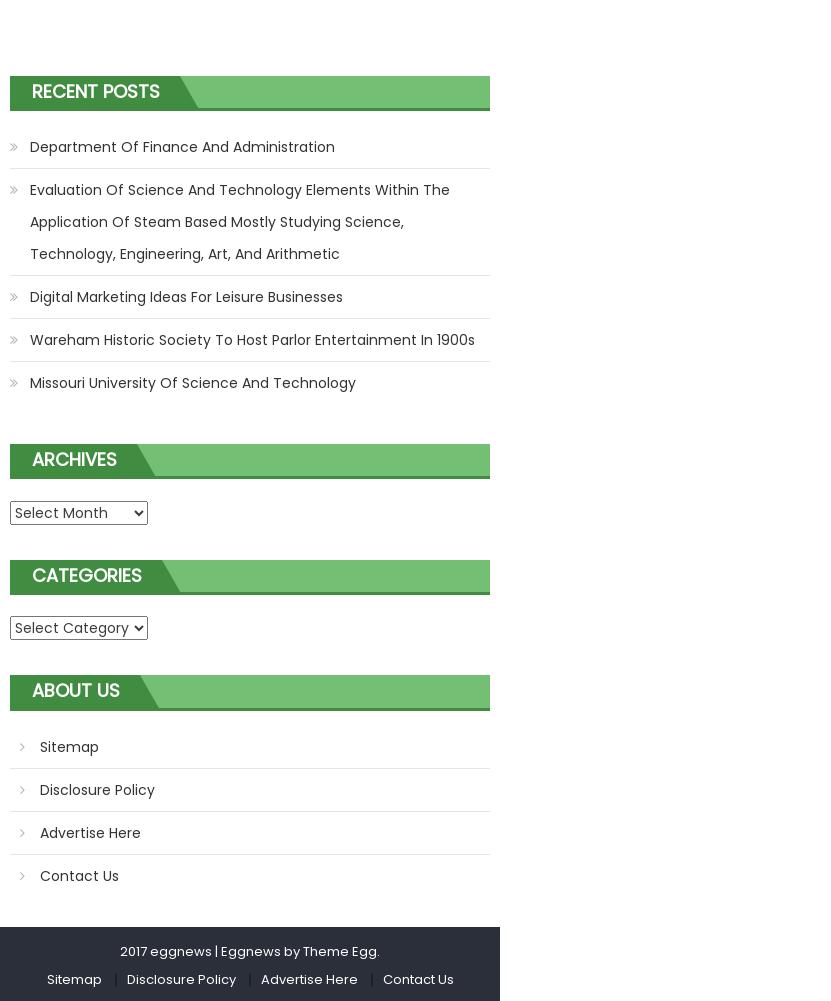  Describe the element at coordinates (75, 689) in the screenshot. I see `'About Us'` at that location.